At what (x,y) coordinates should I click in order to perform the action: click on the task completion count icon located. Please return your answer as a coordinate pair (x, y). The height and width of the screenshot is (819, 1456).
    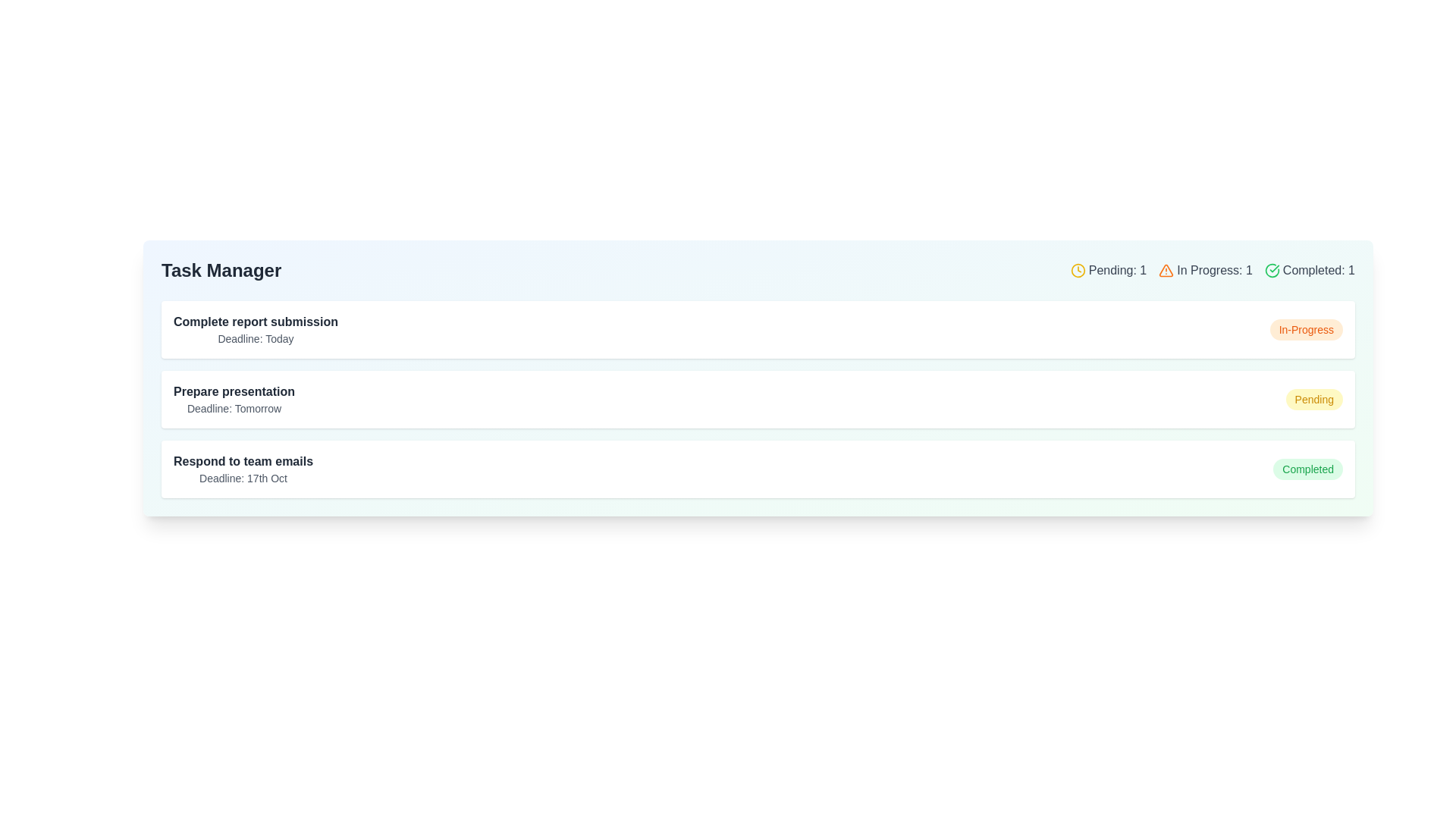
    Looking at the image, I should click on (1271, 270).